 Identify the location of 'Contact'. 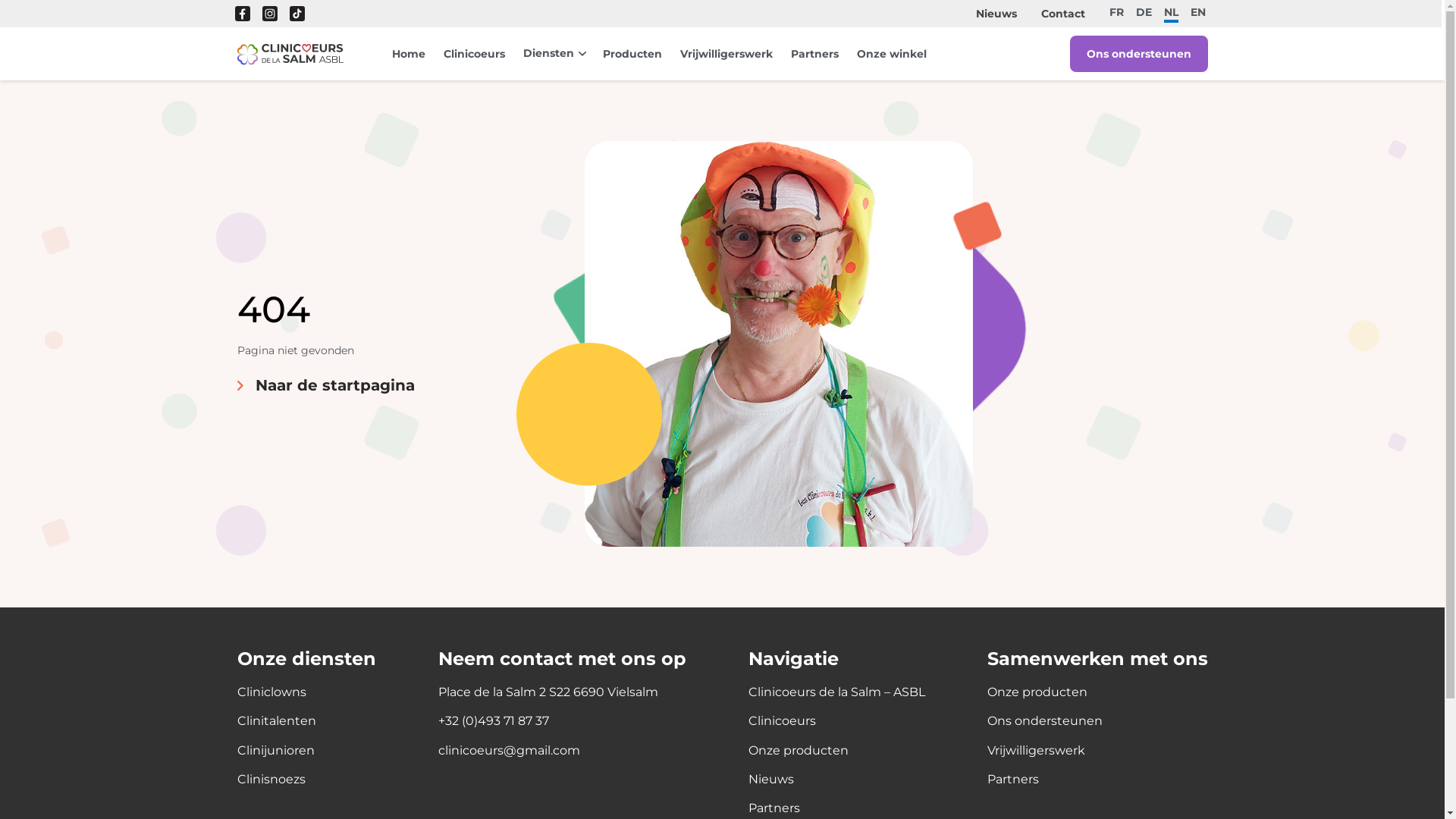
(1040, 14).